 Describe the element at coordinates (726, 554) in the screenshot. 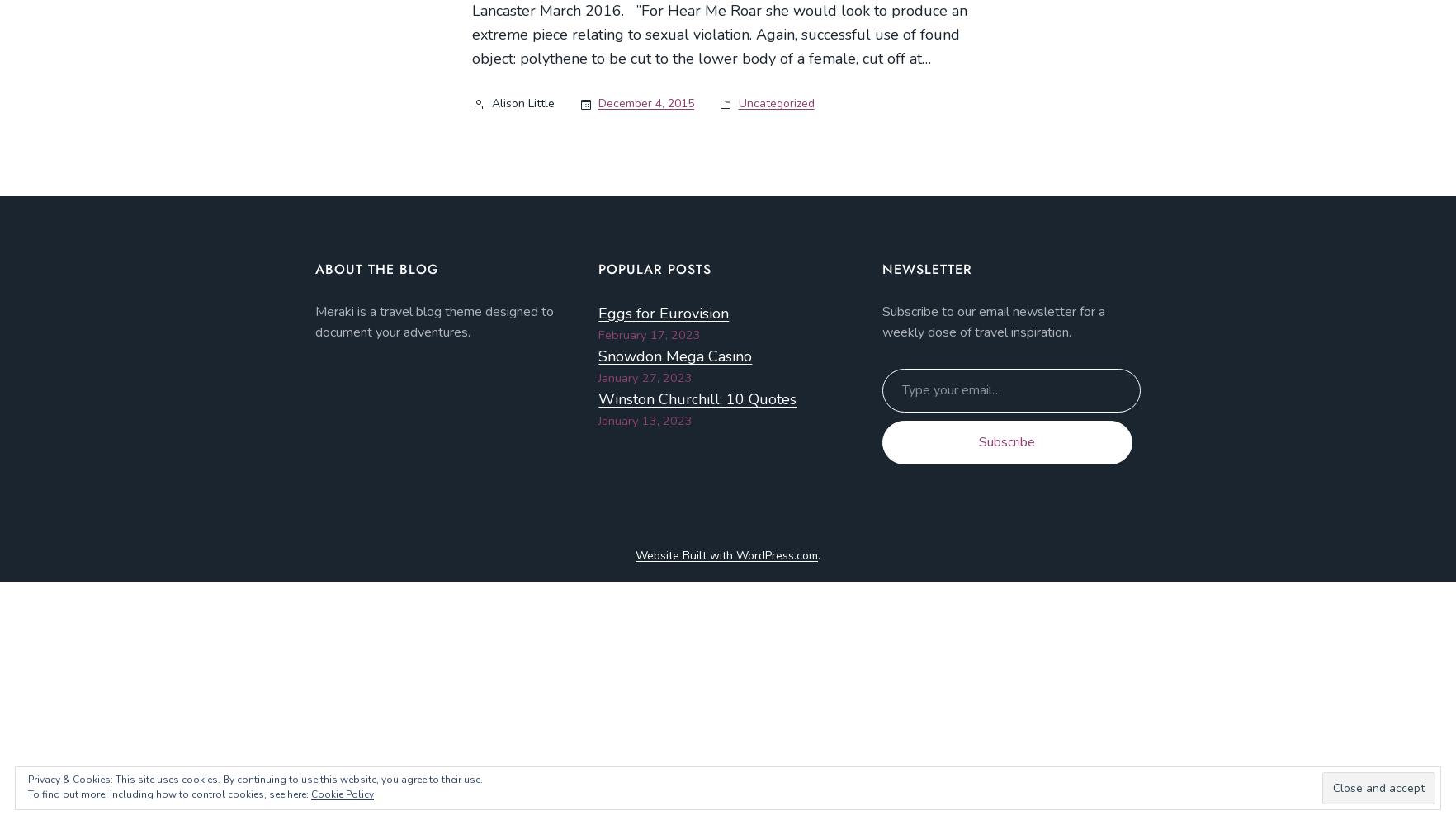

I see `'Website Built with WordPress.com'` at that location.